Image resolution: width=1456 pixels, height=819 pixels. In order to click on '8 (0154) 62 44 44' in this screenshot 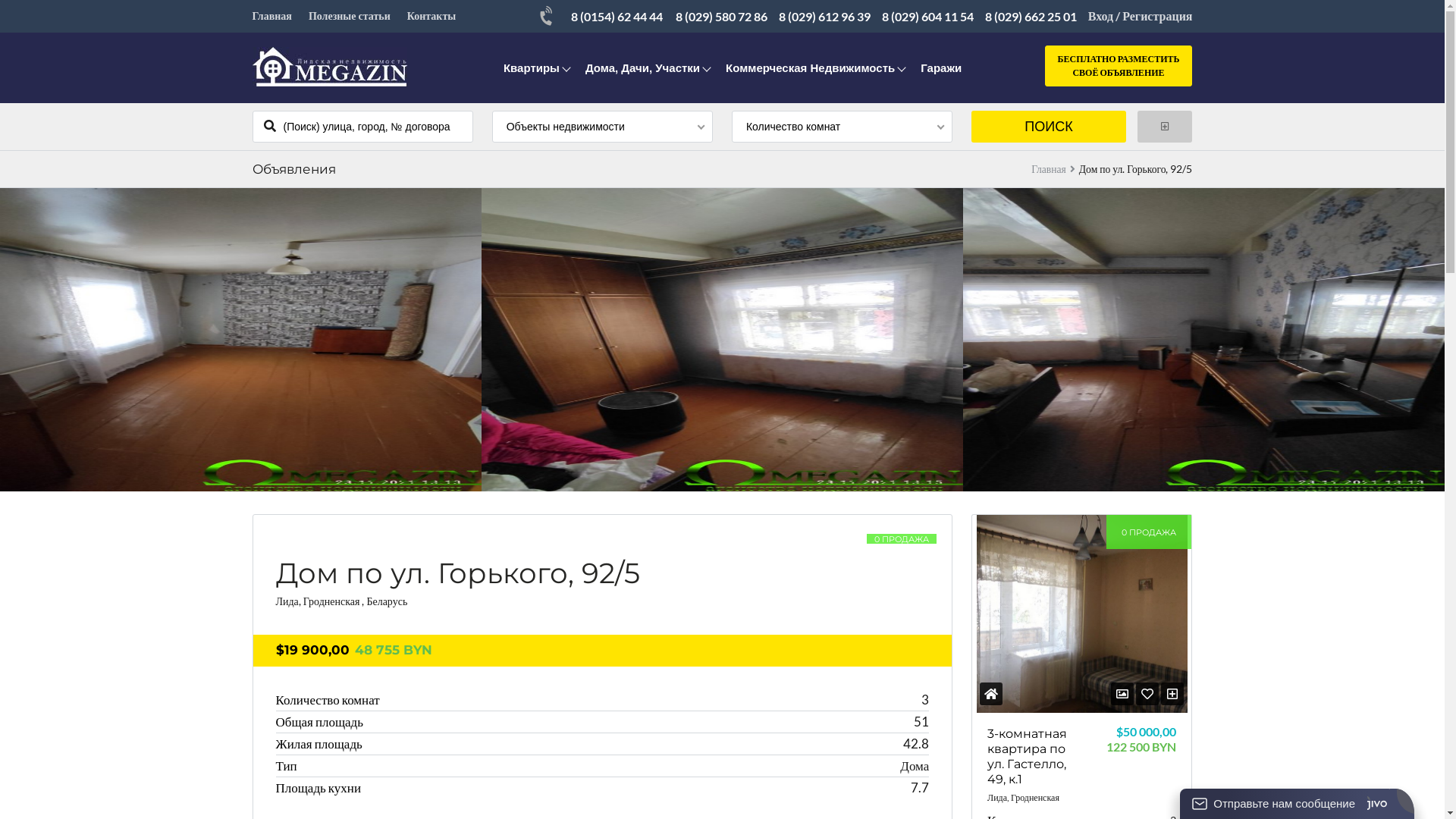, I will do `click(617, 16)`.